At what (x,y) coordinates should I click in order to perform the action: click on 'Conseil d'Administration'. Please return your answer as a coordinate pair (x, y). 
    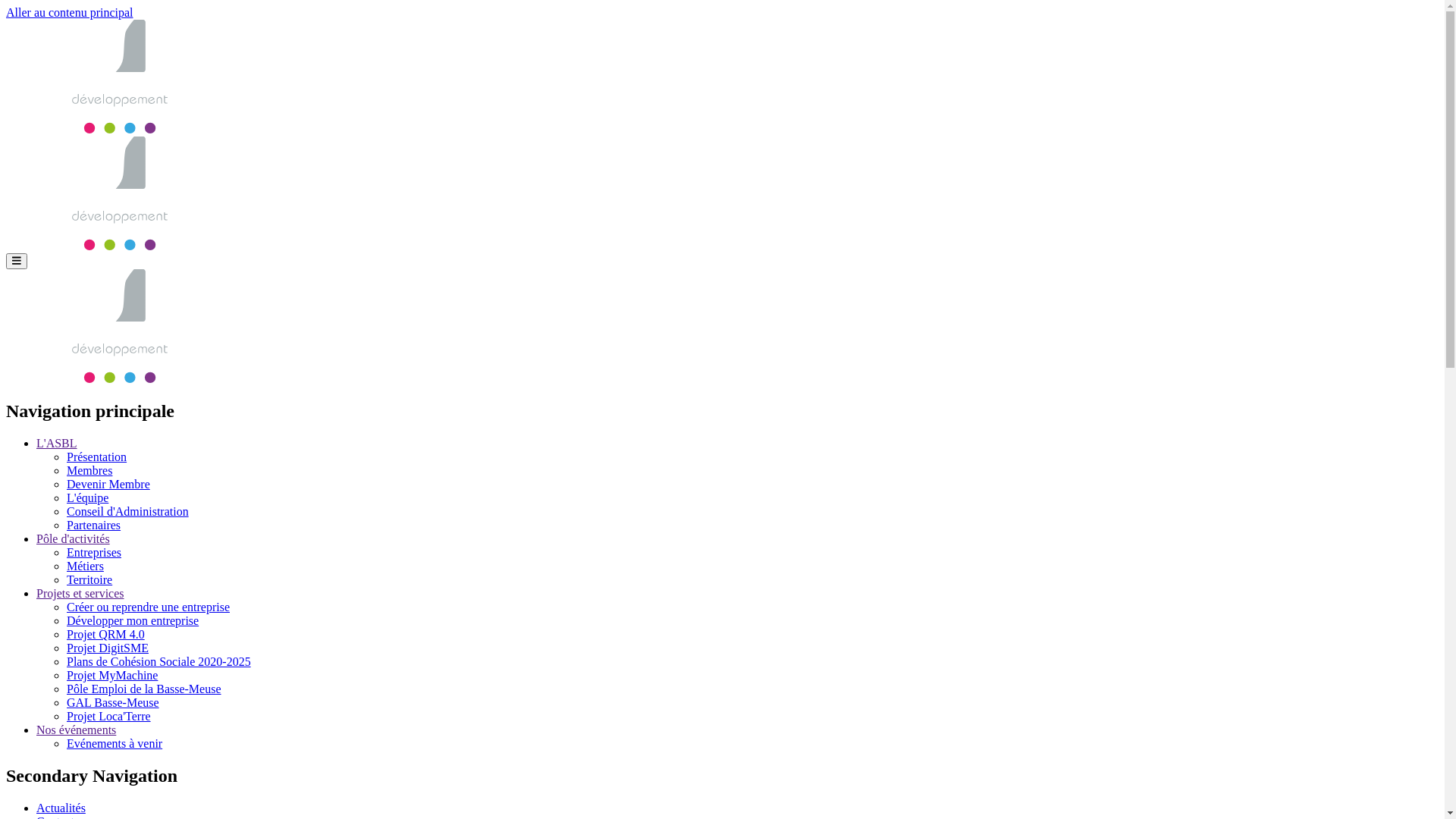
    Looking at the image, I should click on (65, 511).